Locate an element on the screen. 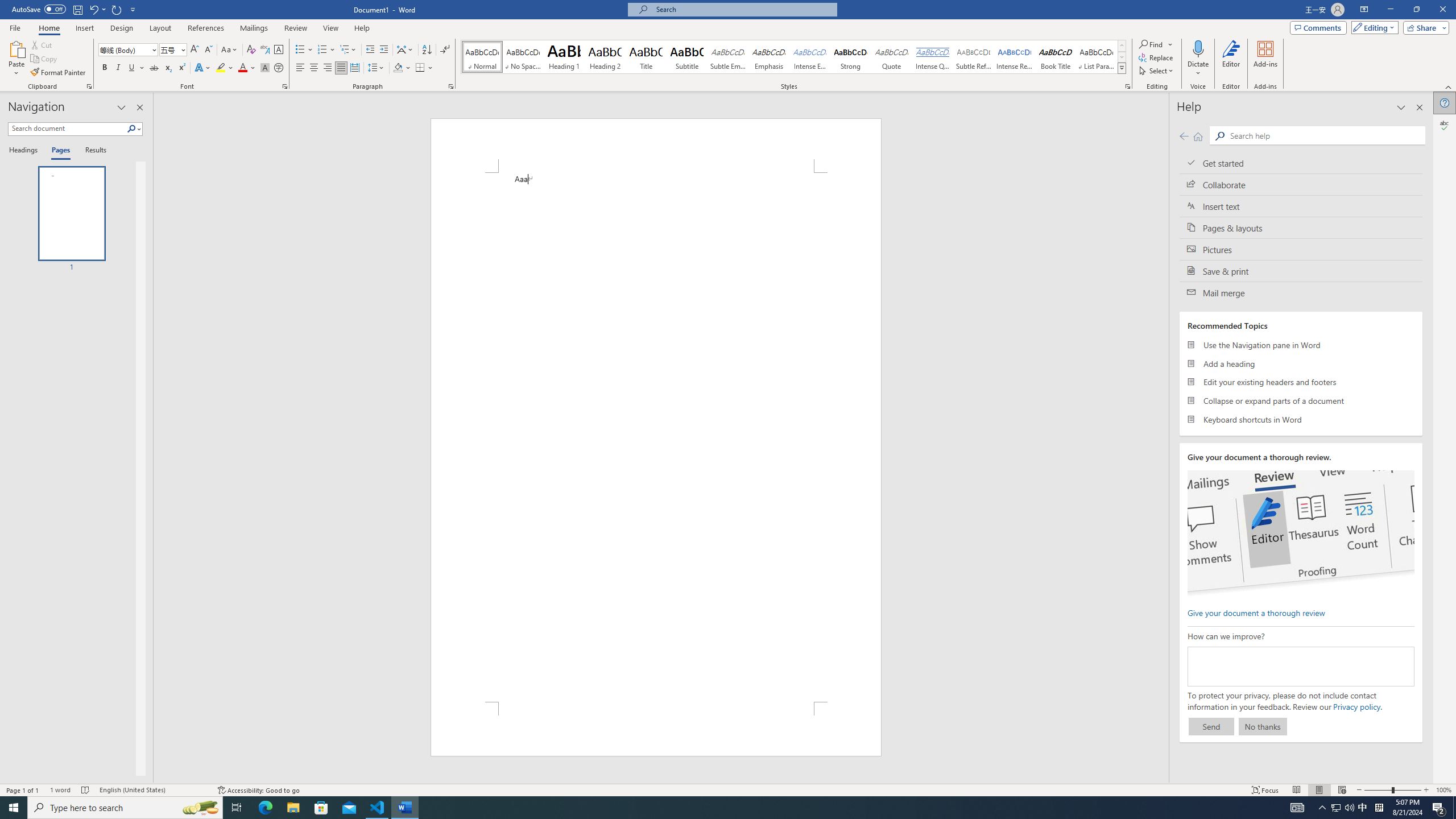 This screenshot has width=1456, height=819. 'Subtle Emphasis' is located at coordinates (728, 56).